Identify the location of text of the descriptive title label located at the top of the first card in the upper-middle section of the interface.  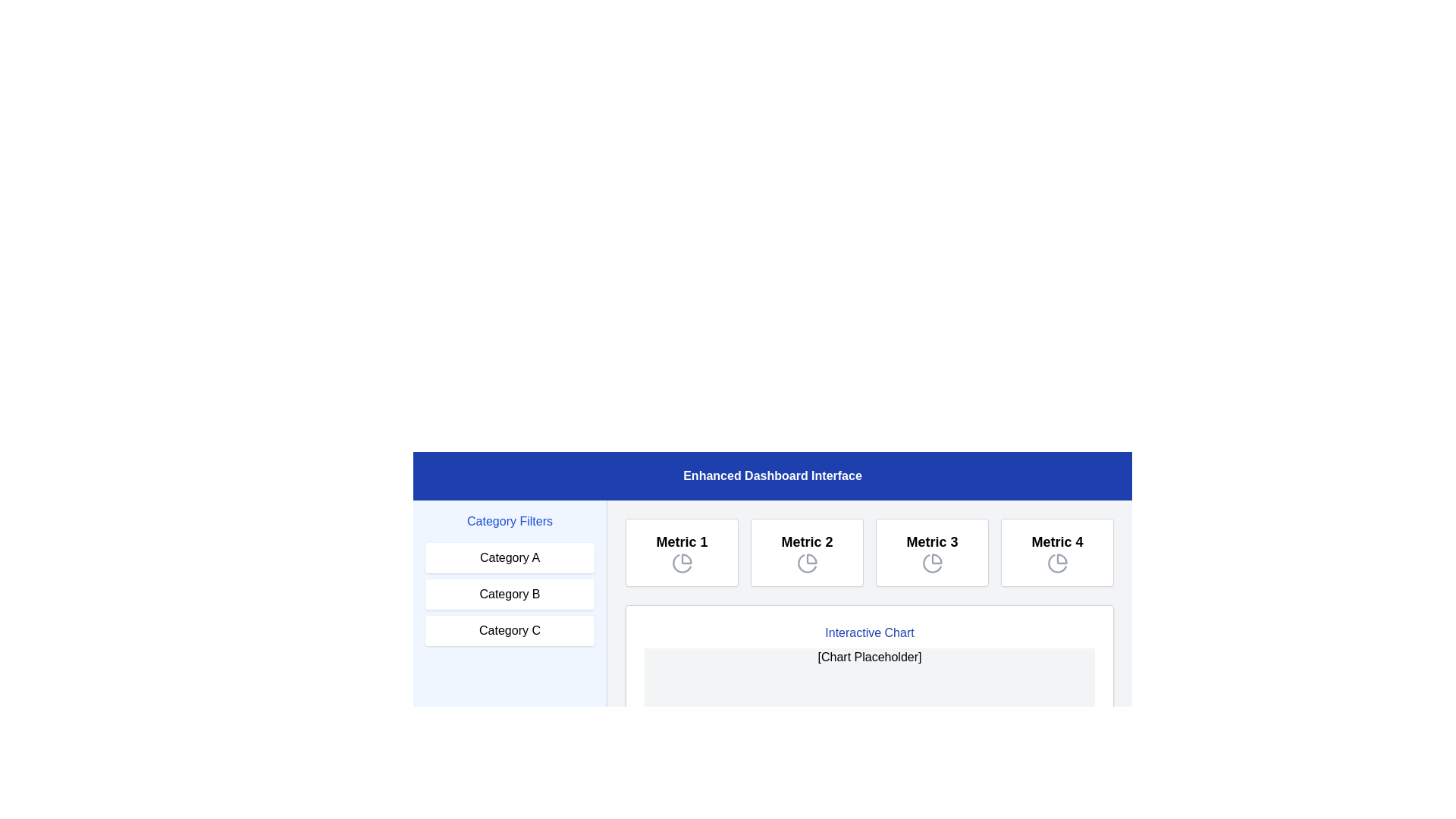
(681, 541).